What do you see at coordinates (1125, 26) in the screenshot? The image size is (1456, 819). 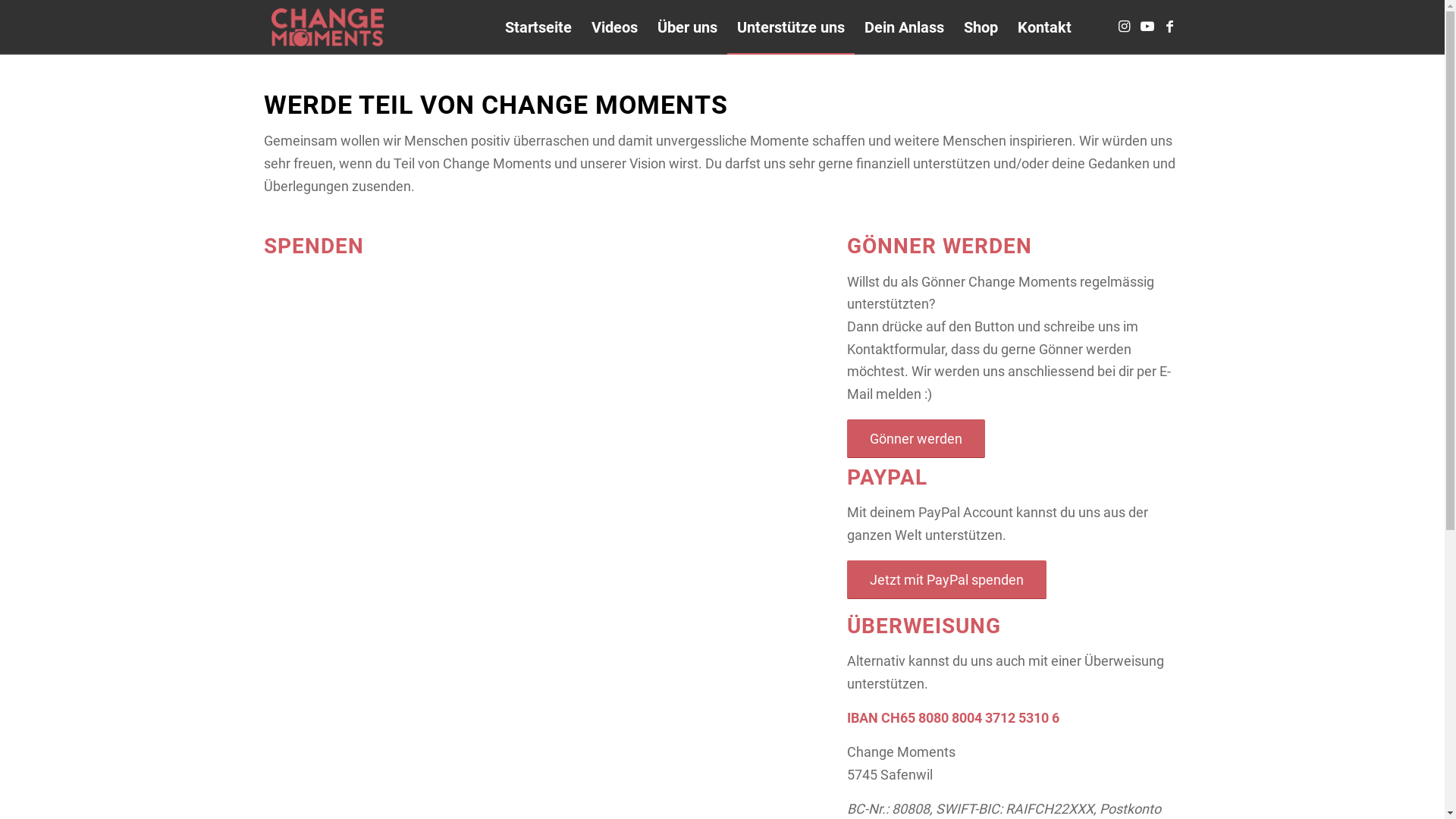 I see `'Instagram'` at bounding box center [1125, 26].